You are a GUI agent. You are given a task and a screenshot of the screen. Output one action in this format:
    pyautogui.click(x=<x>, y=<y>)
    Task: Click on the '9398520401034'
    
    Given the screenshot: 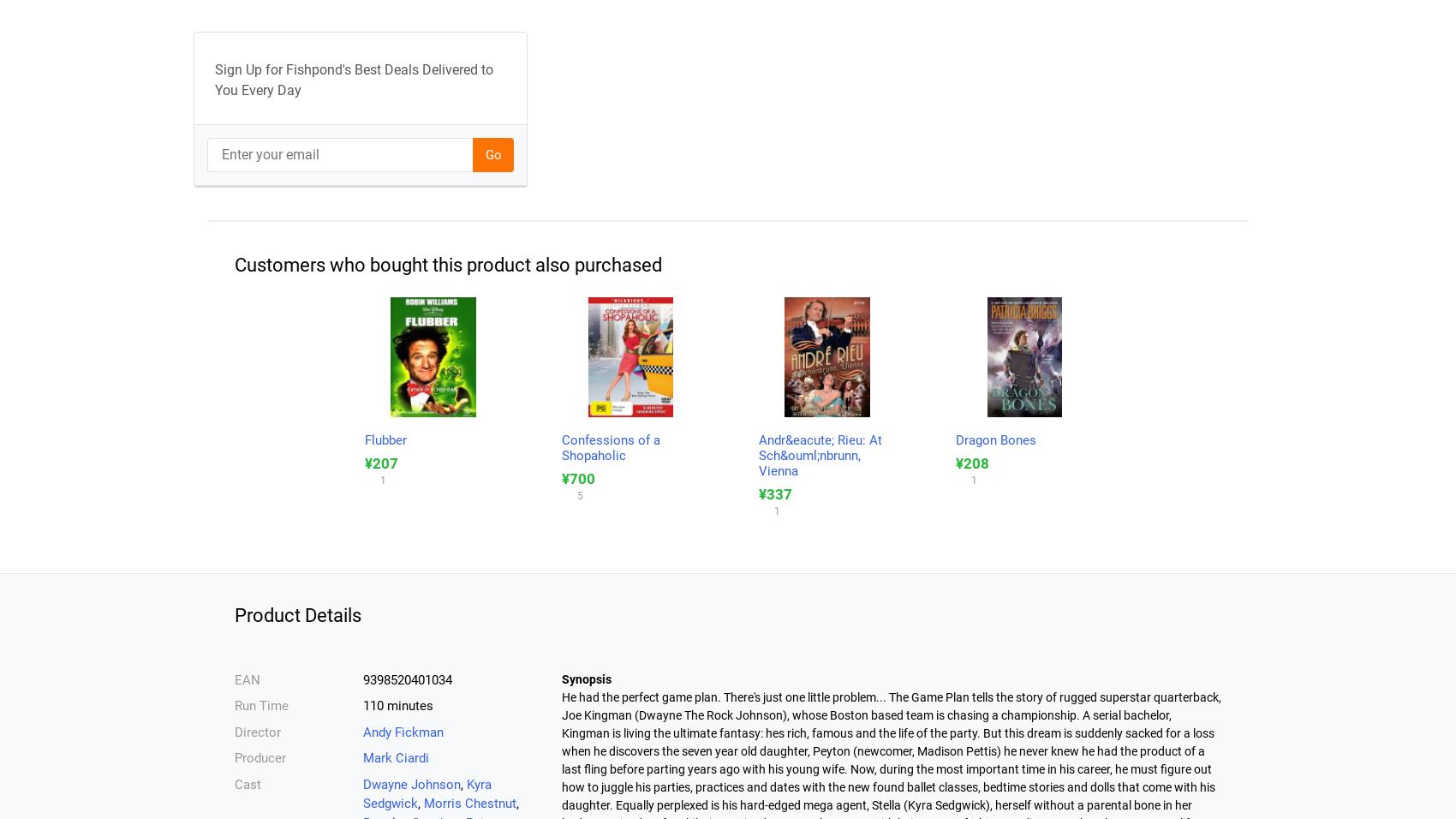 What is the action you would take?
    pyautogui.click(x=408, y=679)
    